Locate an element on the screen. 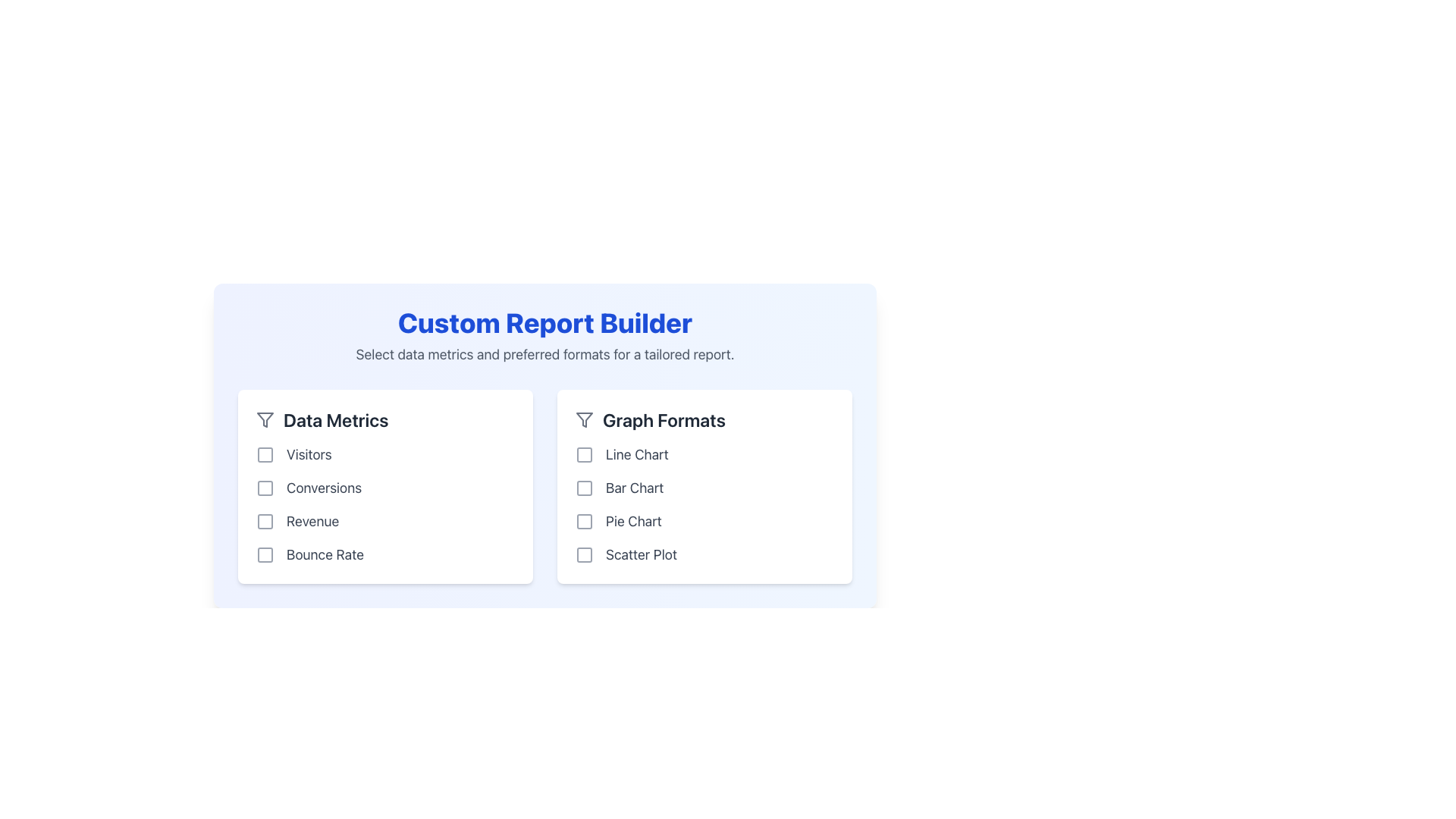 The height and width of the screenshot is (819, 1456). the 'Pie Chart' text label, which indicates the option for a pie chart under the graph format category in the right column of the 'Graph Formats' section is located at coordinates (633, 520).